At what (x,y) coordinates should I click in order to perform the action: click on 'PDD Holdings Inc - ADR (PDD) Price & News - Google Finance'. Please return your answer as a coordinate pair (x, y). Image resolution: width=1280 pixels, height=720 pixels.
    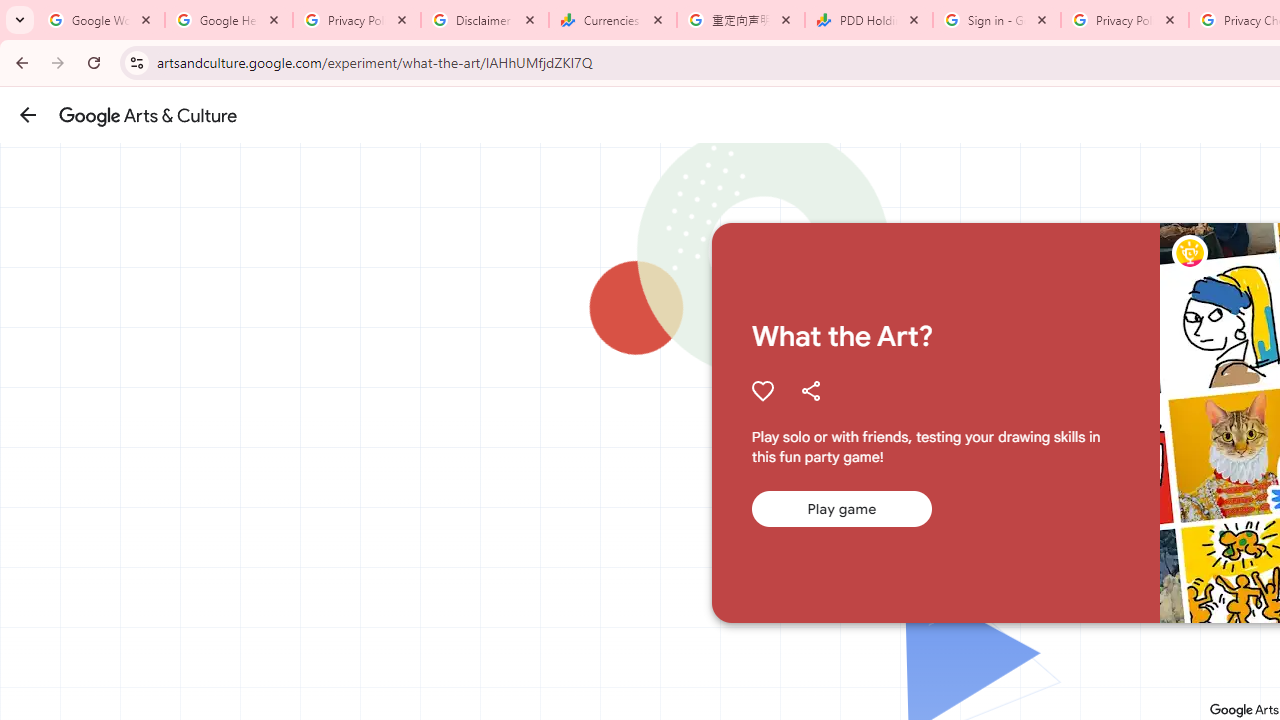
    Looking at the image, I should click on (869, 20).